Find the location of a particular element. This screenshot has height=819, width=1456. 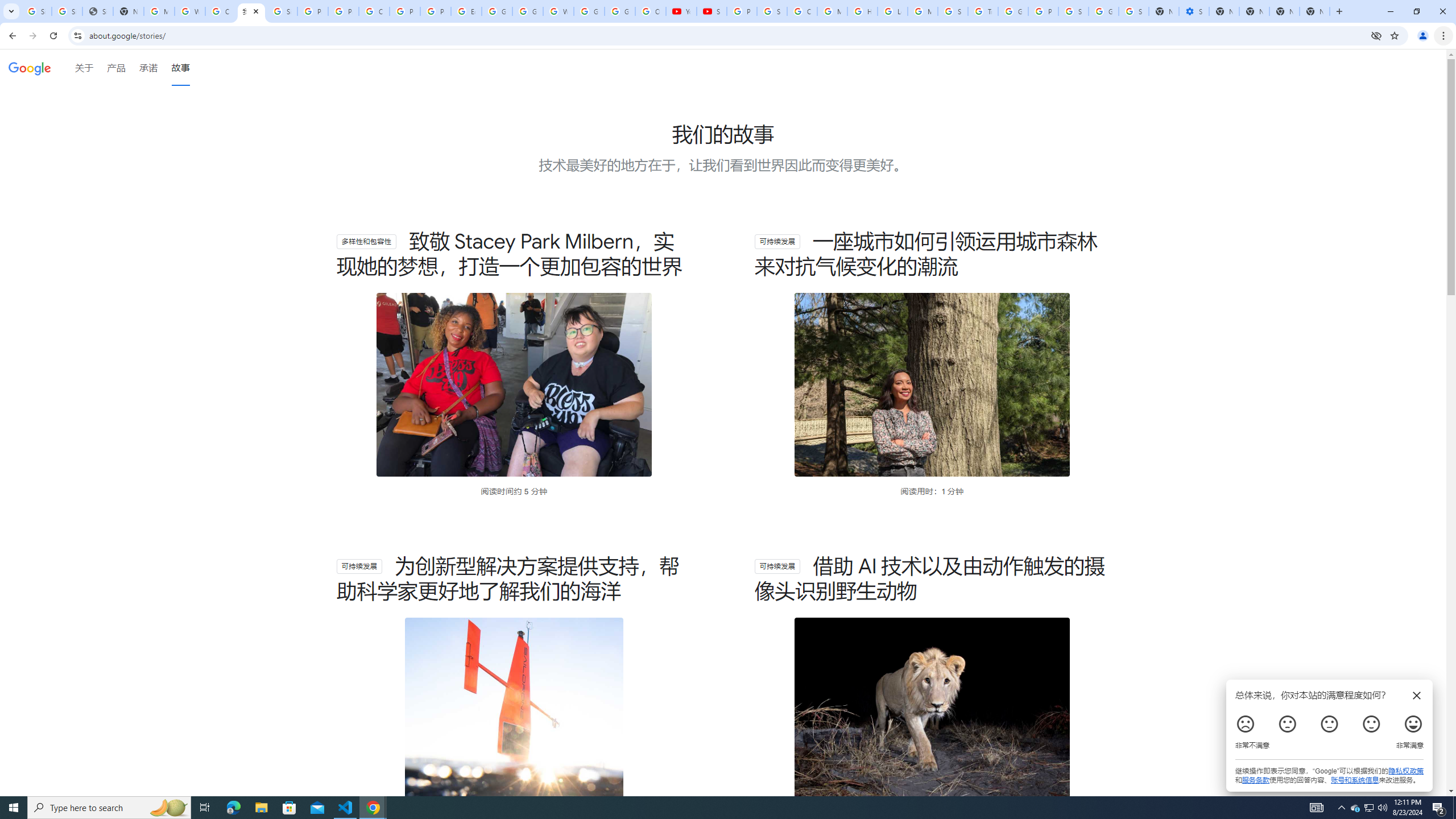

'Google Slides: Sign-in' is located at coordinates (496, 11).